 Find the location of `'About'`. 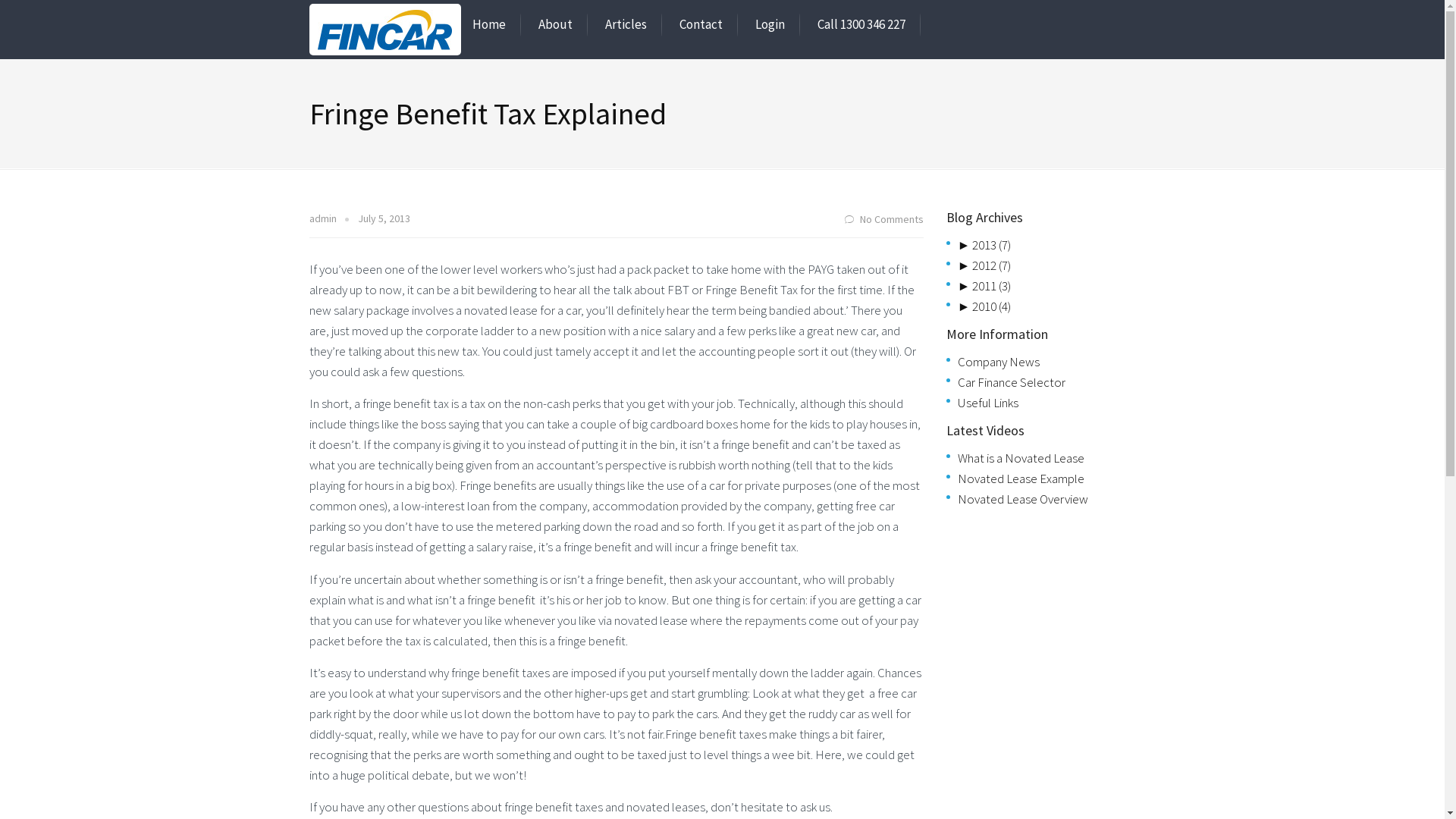

'About' is located at coordinates (554, 24).